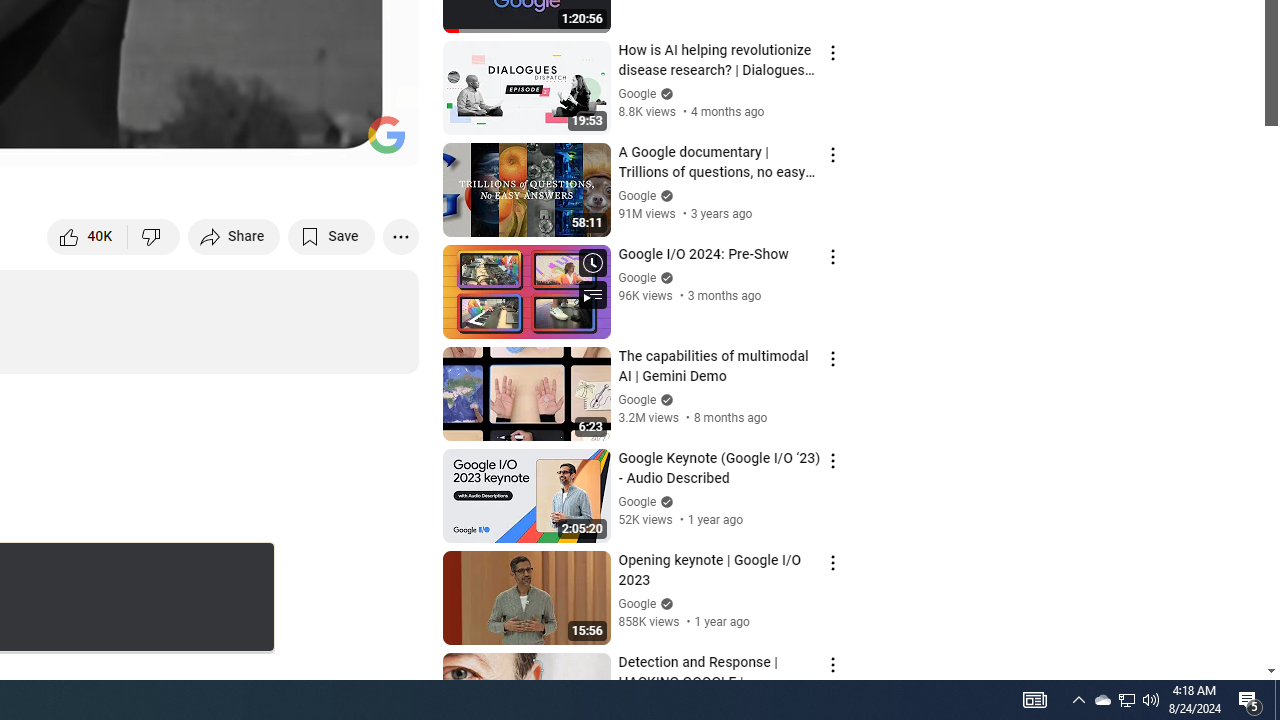 This screenshot has height=720, width=1280. What do you see at coordinates (153, 235) in the screenshot?
I see `'Dislike this video'` at bounding box center [153, 235].